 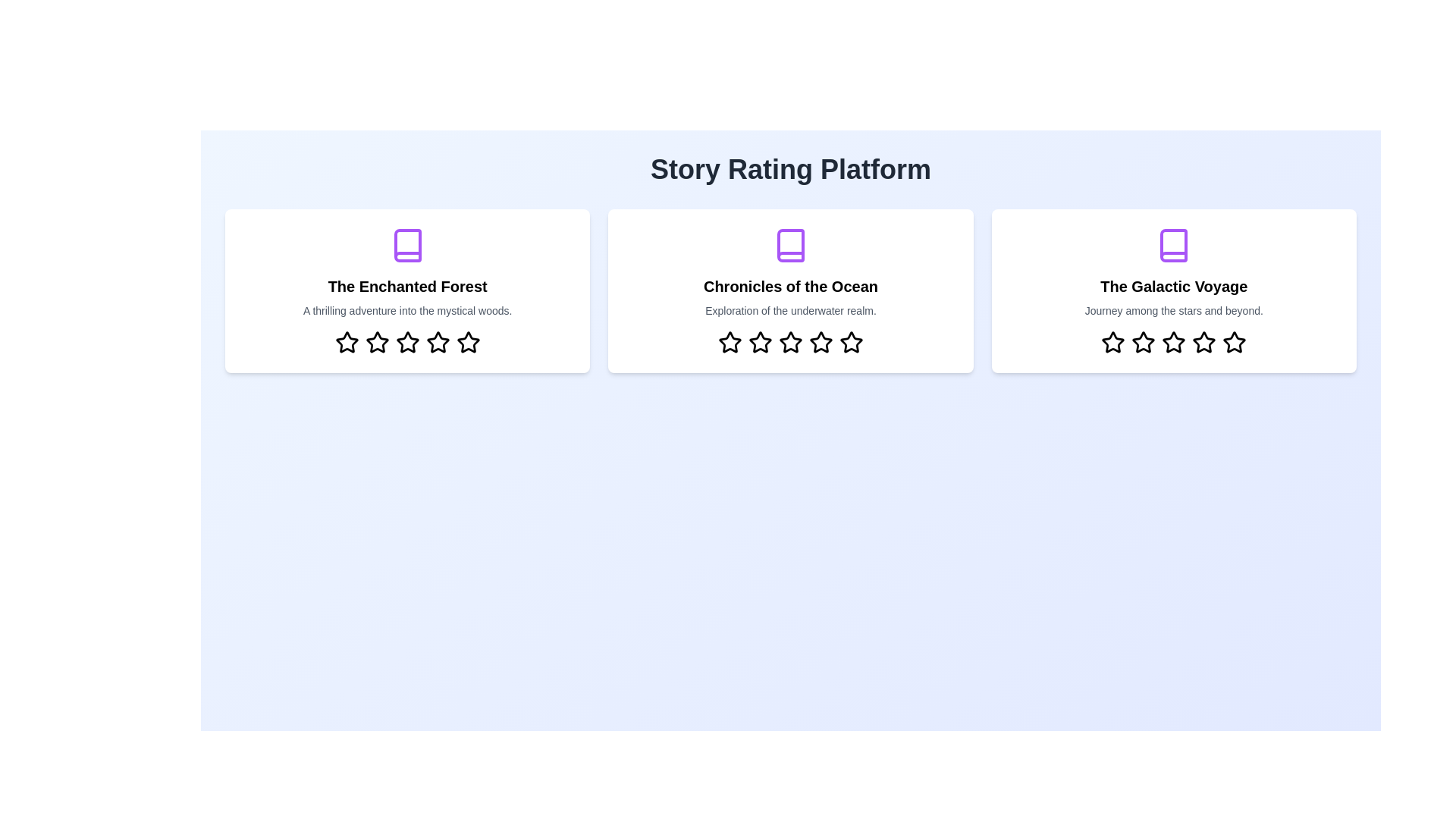 What do you see at coordinates (407, 245) in the screenshot?
I see `the icon associated with the story 'The Enchanted Forest'` at bounding box center [407, 245].